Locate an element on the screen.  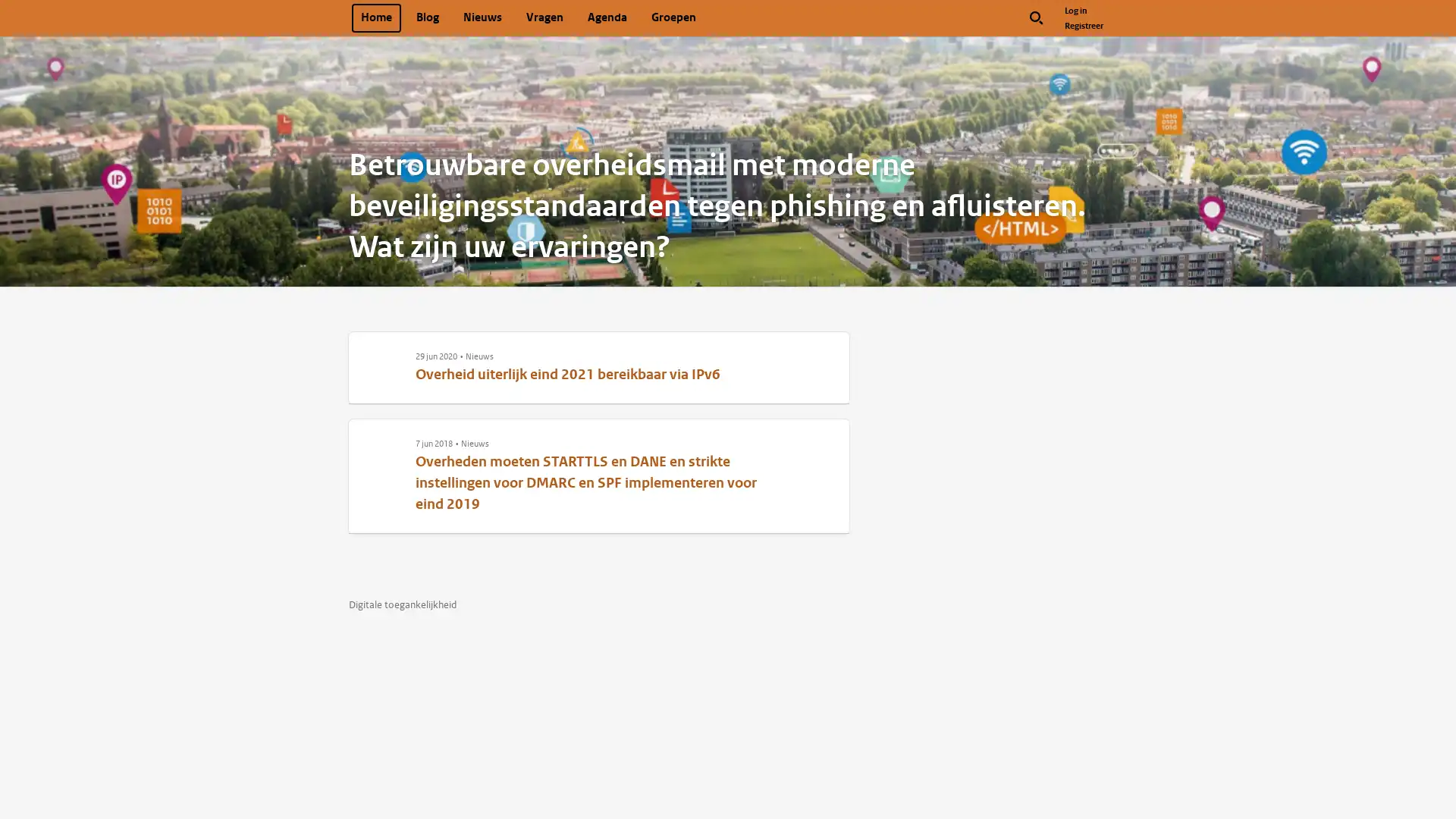
Like is located at coordinates (598, 419).